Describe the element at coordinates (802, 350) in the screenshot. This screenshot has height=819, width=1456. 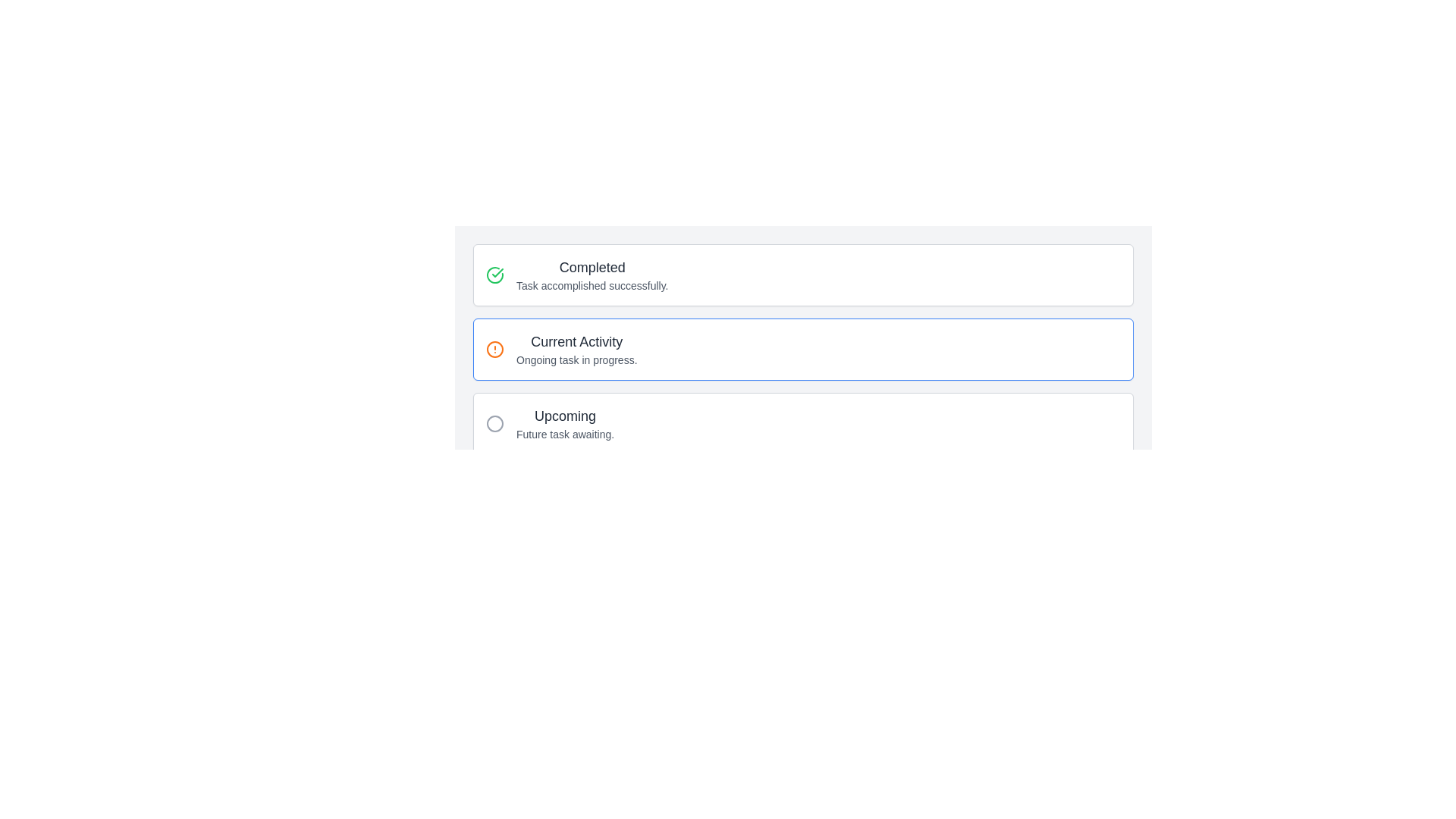
I see `the Informational Card titled 'Current Activity', which contains the description 'Ongoing task in progress.'` at that location.